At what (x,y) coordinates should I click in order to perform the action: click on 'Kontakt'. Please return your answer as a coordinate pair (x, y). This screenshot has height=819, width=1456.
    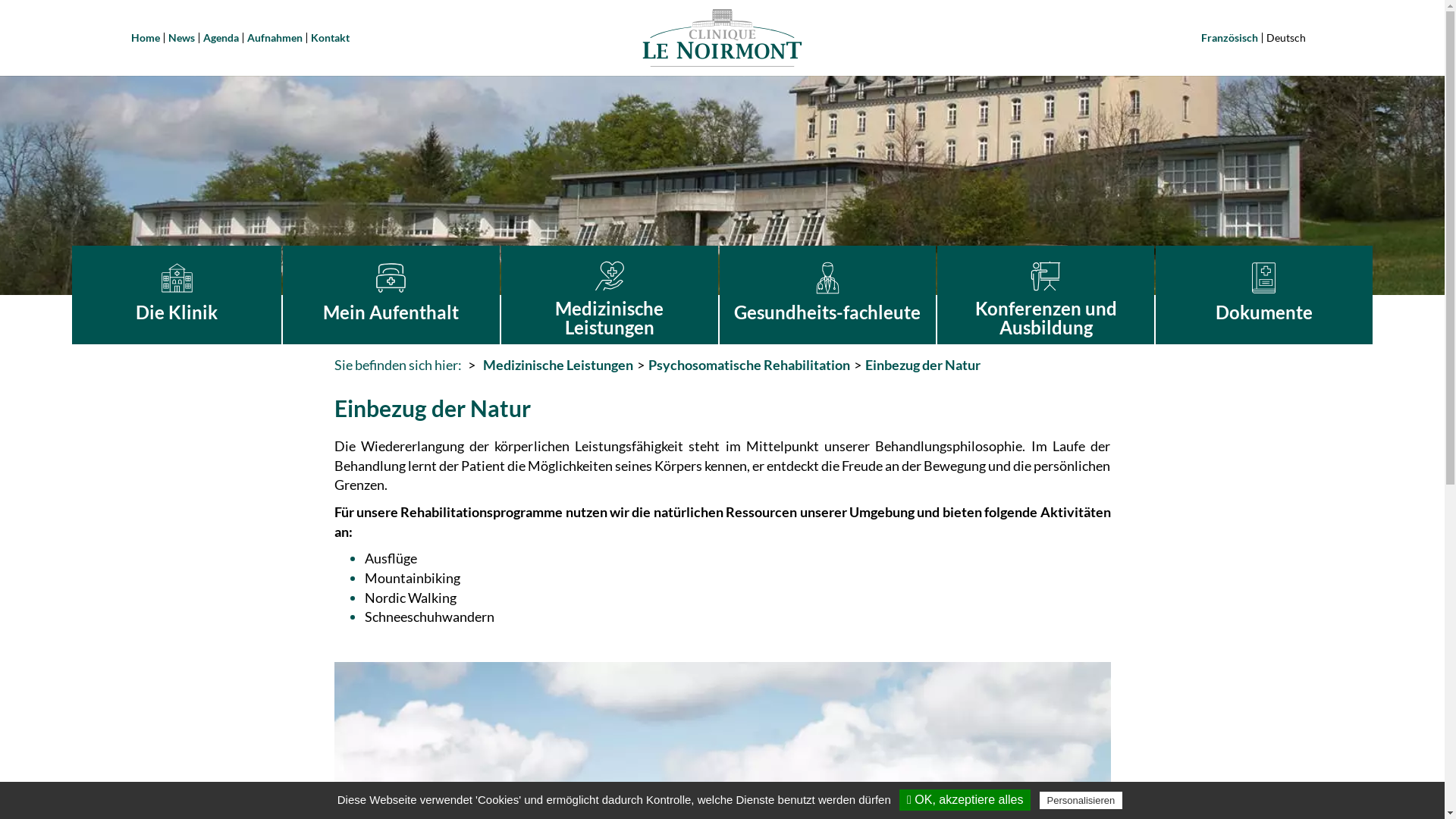
    Looking at the image, I should click on (309, 36).